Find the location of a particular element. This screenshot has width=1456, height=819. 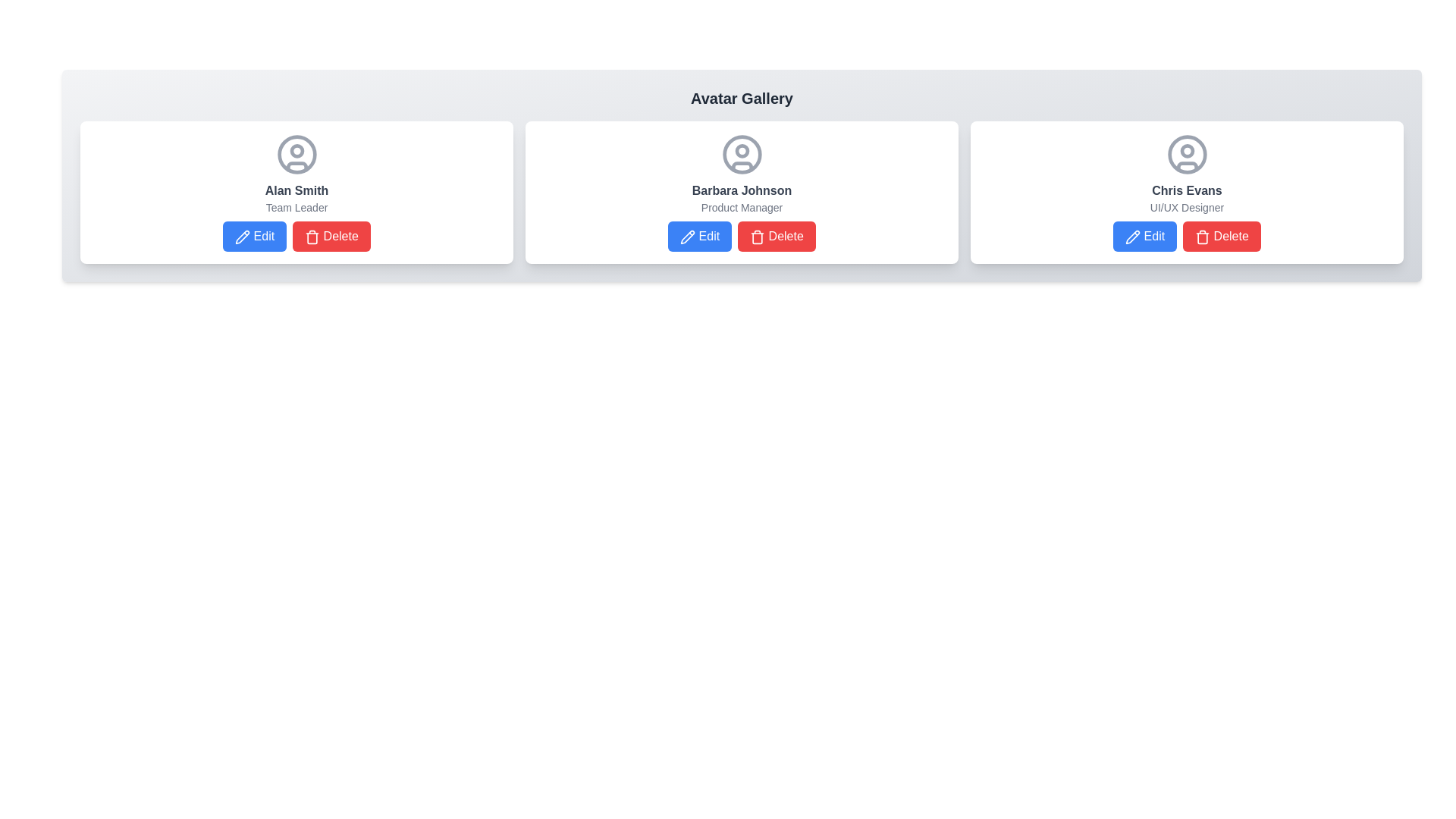

the text label displaying 'Team Leader', which is located beneath 'Alan Smith' within the card section is located at coordinates (297, 207).